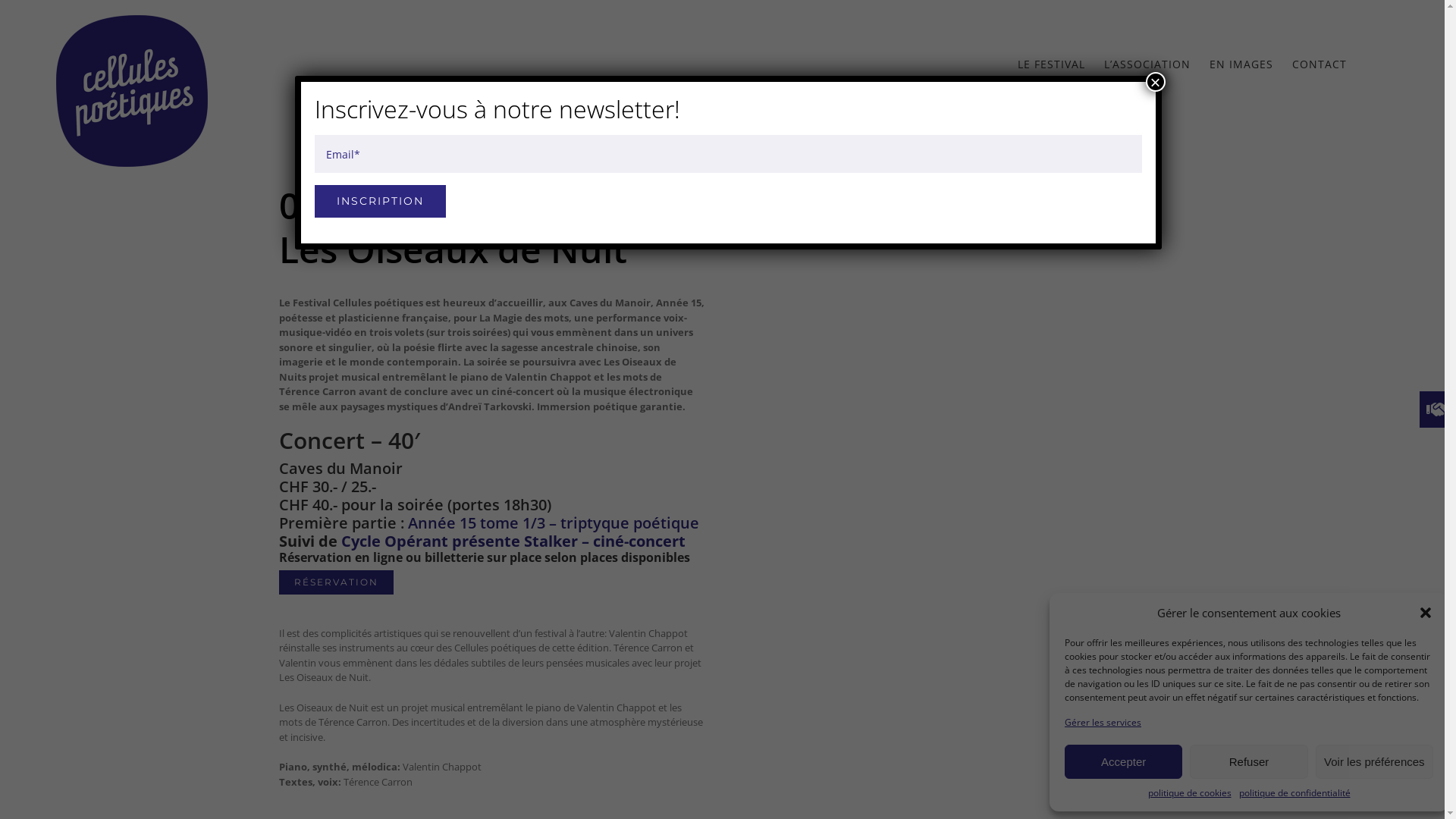 This screenshot has height=819, width=1456. I want to click on 'CONTACT', so click(1318, 63).